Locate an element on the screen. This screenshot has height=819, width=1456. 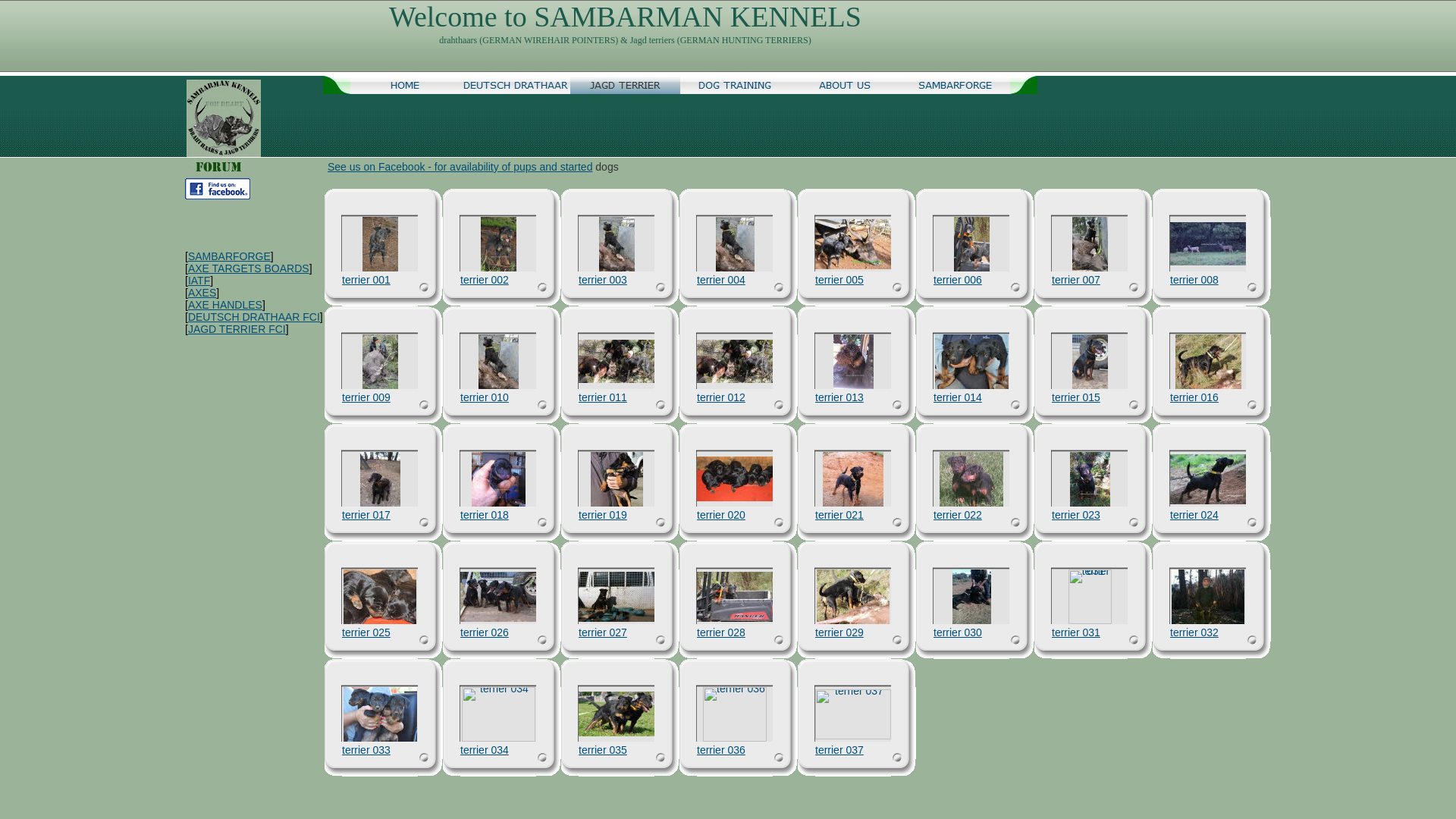
'JAGD TERRIER' is located at coordinates (570, 84).